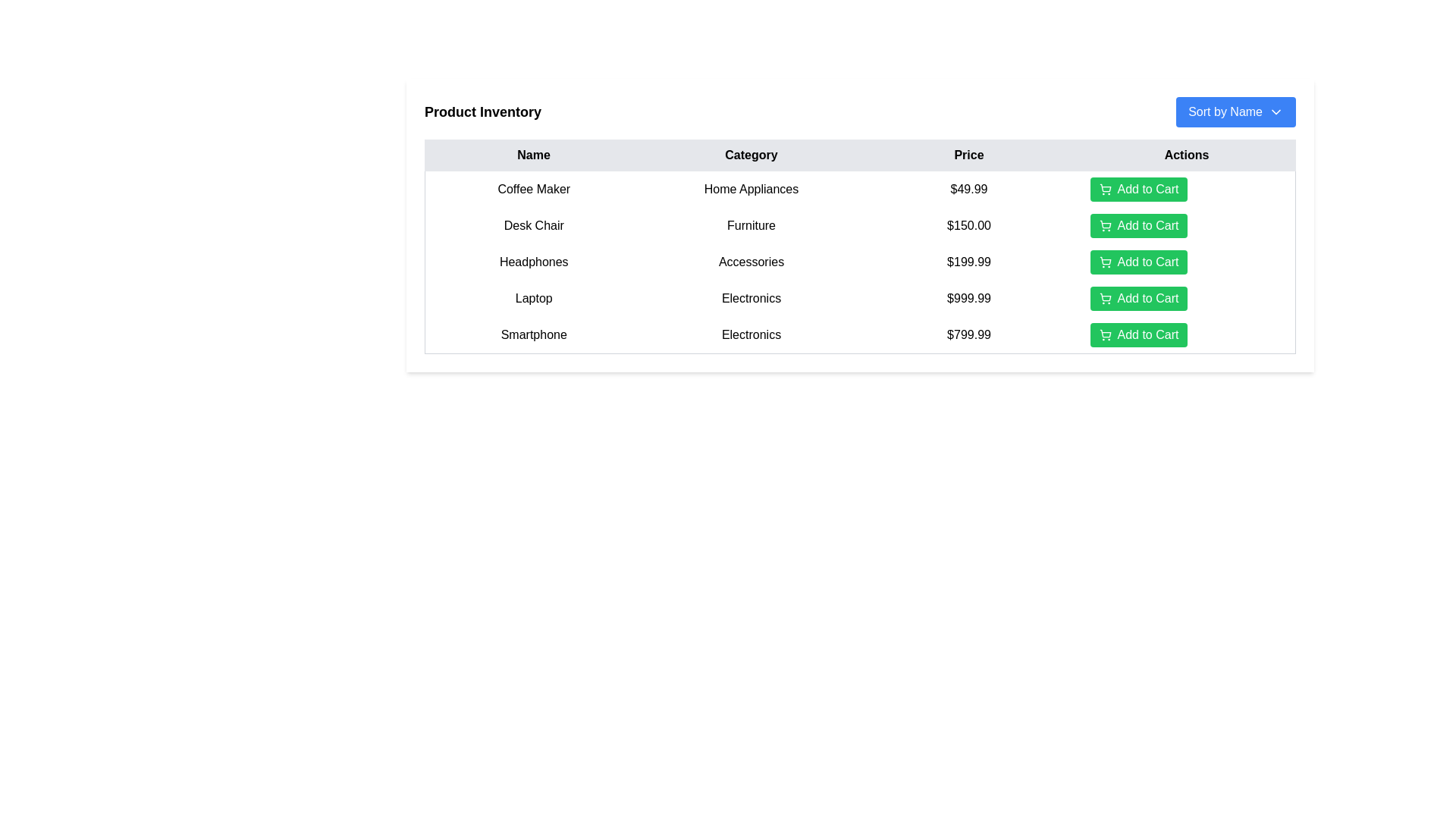 The image size is (1456, 819). Describe the element at coordinates (968, 188) in the screenshot. I see `the price text field for the 'Coffee Maker' product, located in the first row of the inventory table under the 'Price' heading` at that location.